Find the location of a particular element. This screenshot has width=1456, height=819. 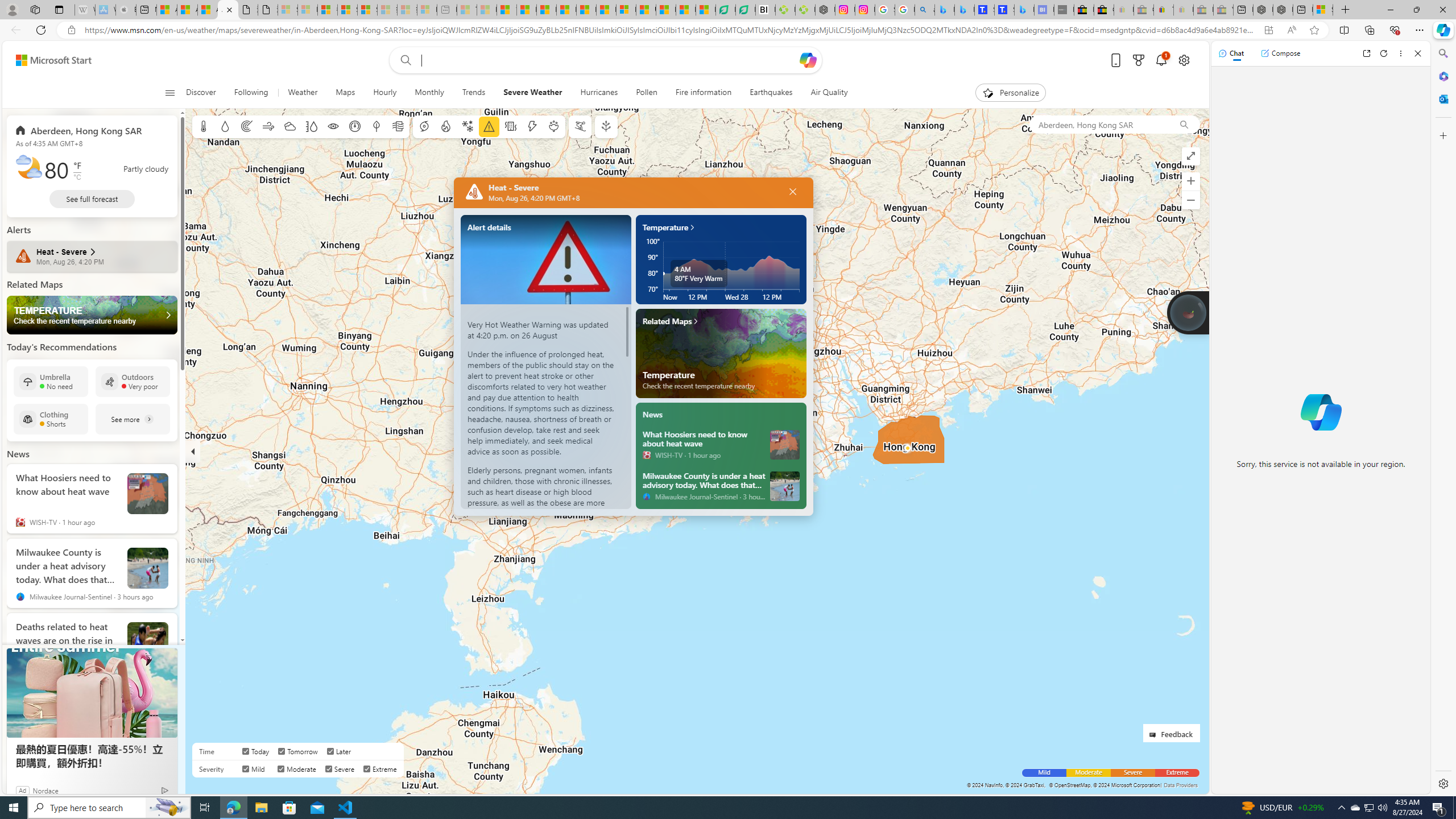

'Top Stories - MSN - Sleeping' is located at coordinates (466, 9).